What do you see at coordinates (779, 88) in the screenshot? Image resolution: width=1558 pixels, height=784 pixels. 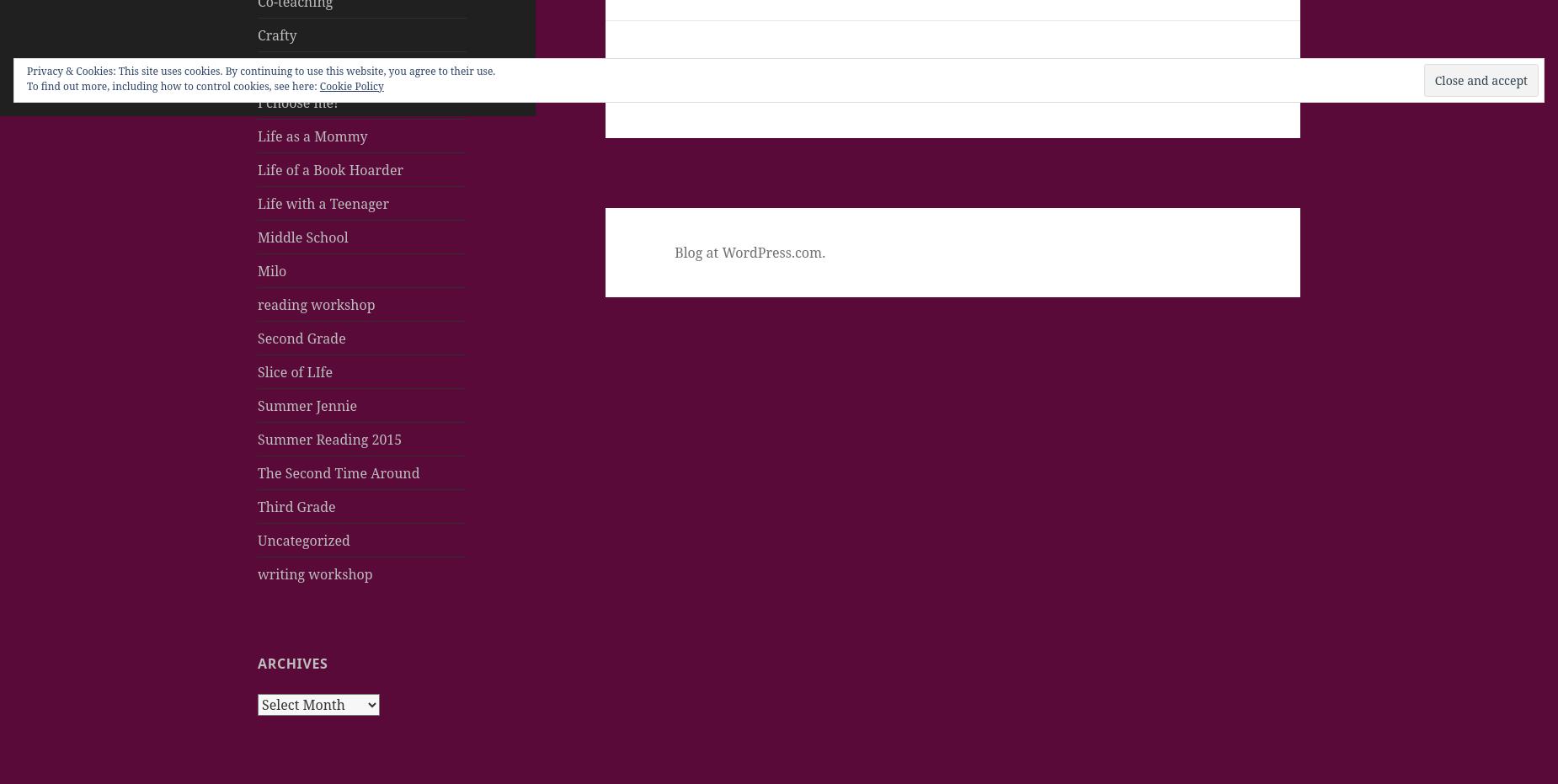 I see `'The Alien Moves…'` at bounding box center [779, 88].